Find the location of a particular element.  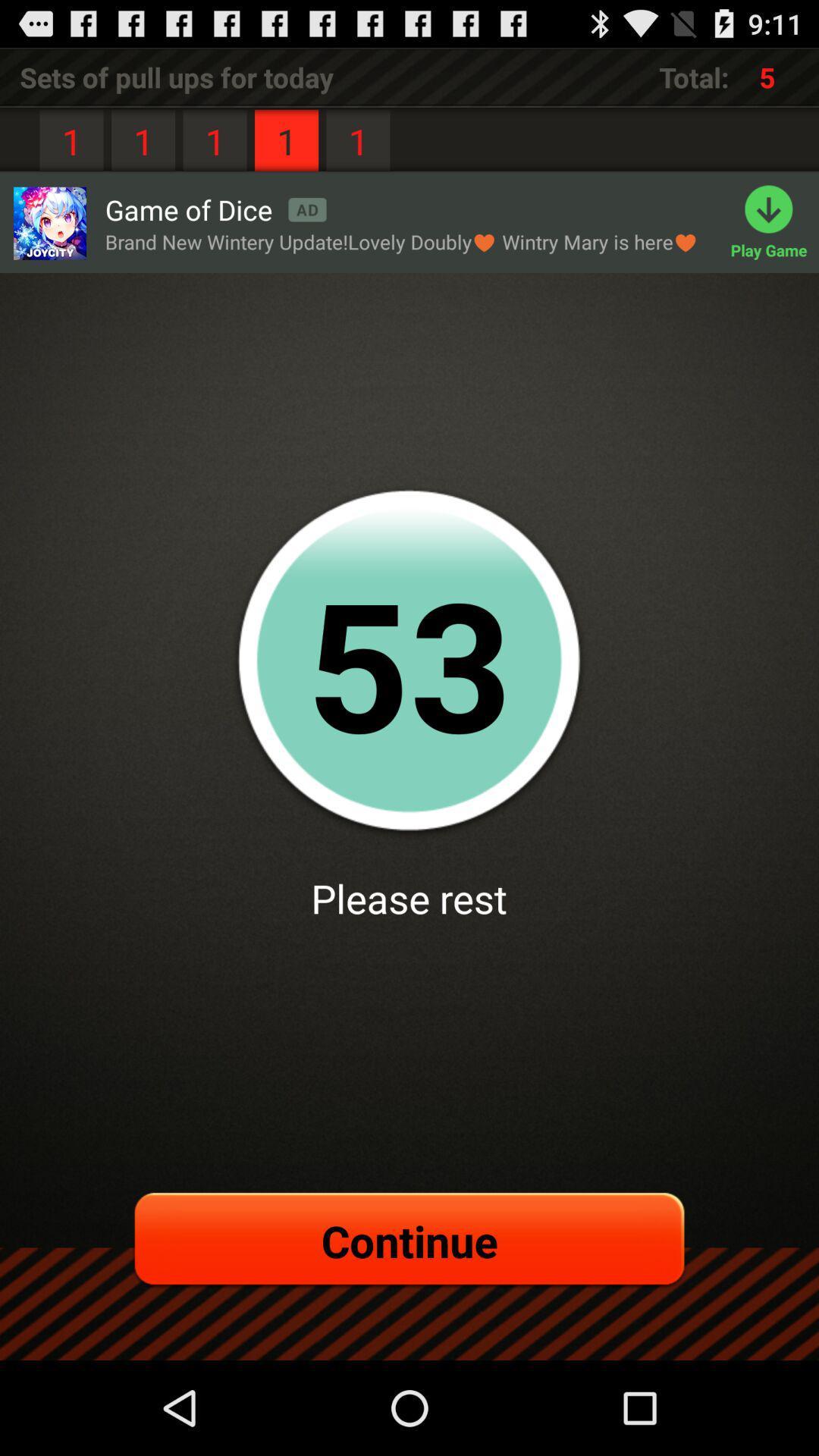

item above the 52 is located at coordinates (400, 241).